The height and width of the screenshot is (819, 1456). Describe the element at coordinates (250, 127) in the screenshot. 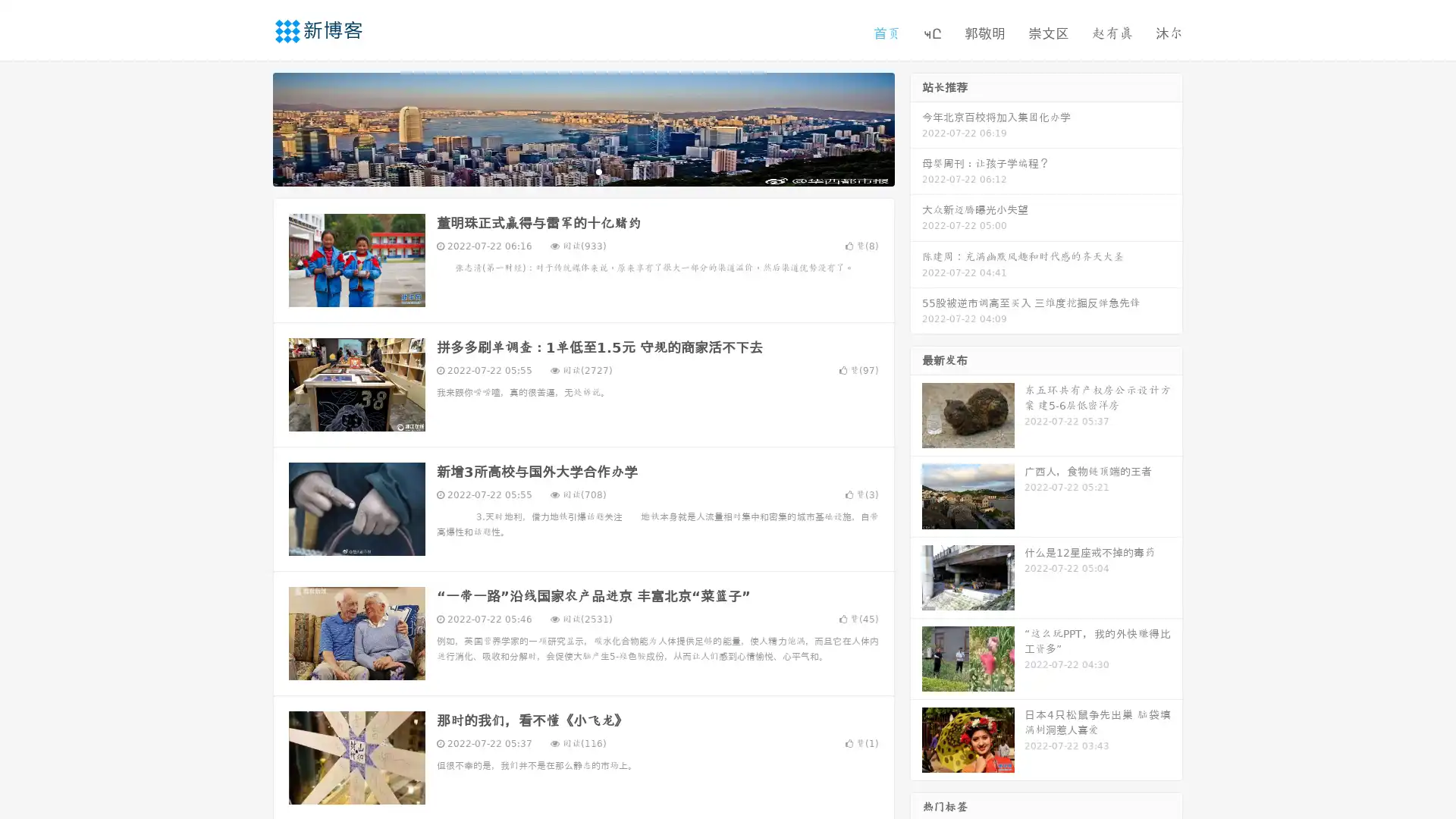

I see `Previous slide` at that location.